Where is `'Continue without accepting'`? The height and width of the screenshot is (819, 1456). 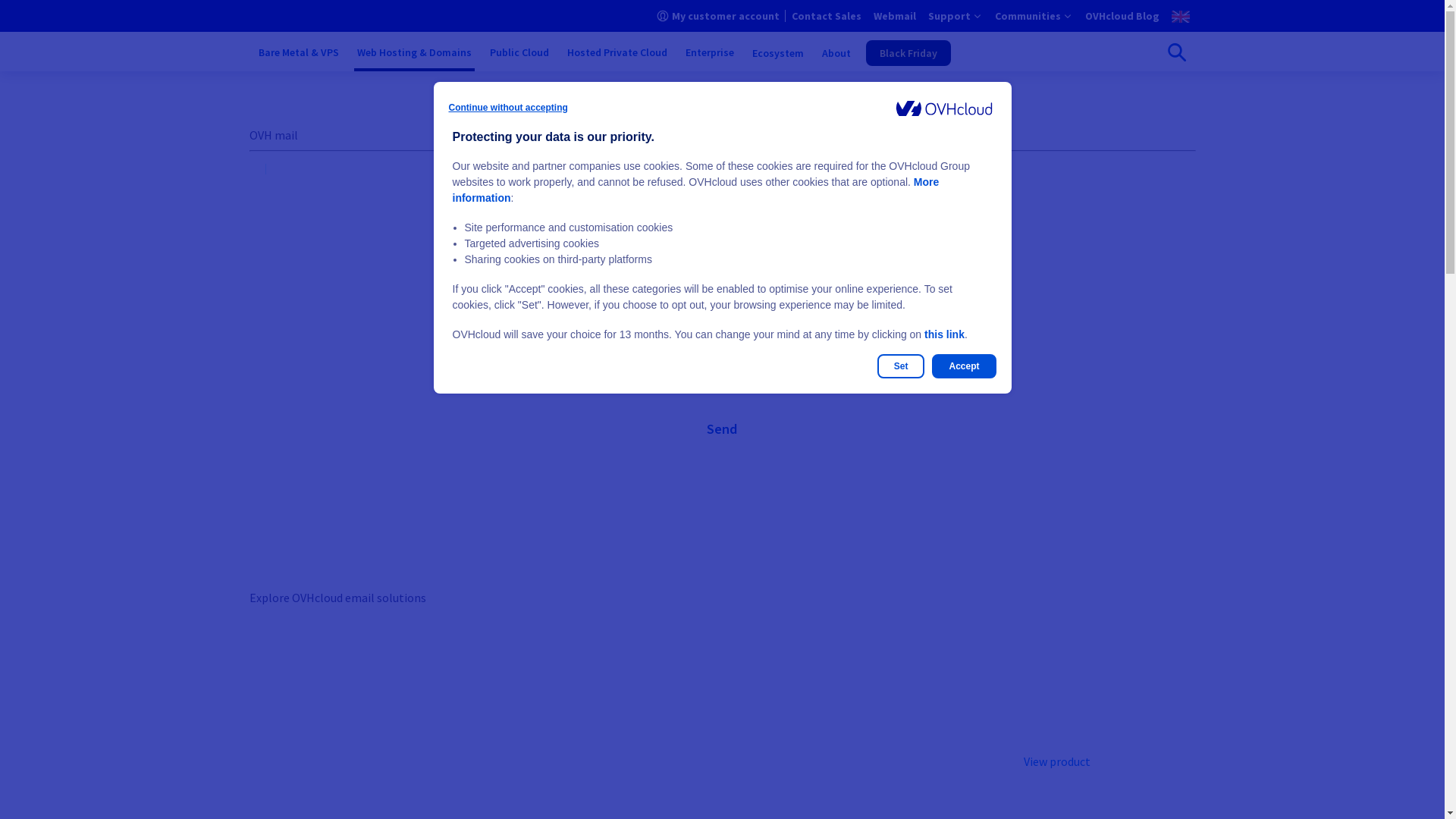
'Continue without accepting' is located at coordinates (508, 107).